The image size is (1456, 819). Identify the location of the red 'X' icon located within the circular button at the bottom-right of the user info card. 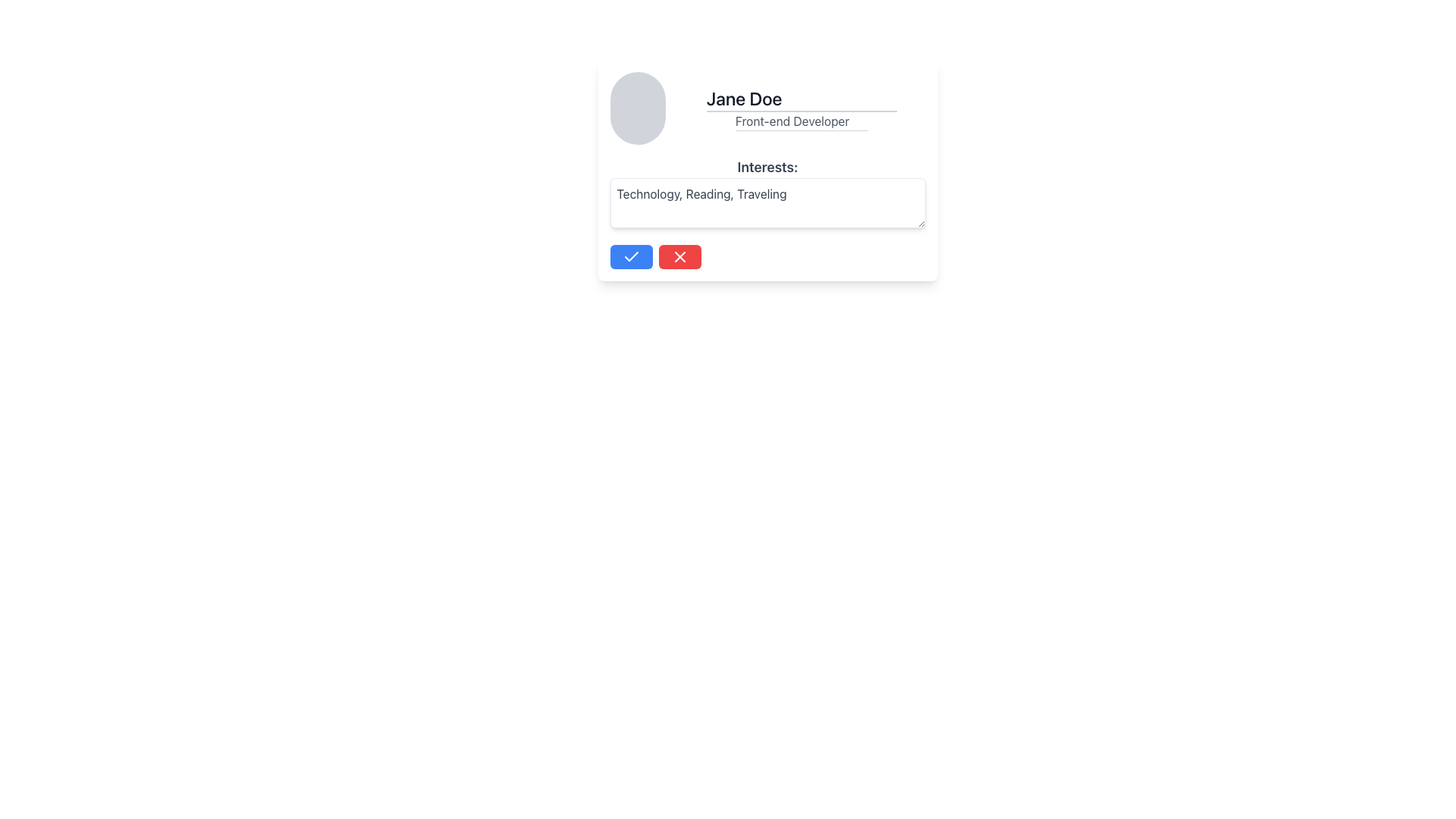
(679, 256).